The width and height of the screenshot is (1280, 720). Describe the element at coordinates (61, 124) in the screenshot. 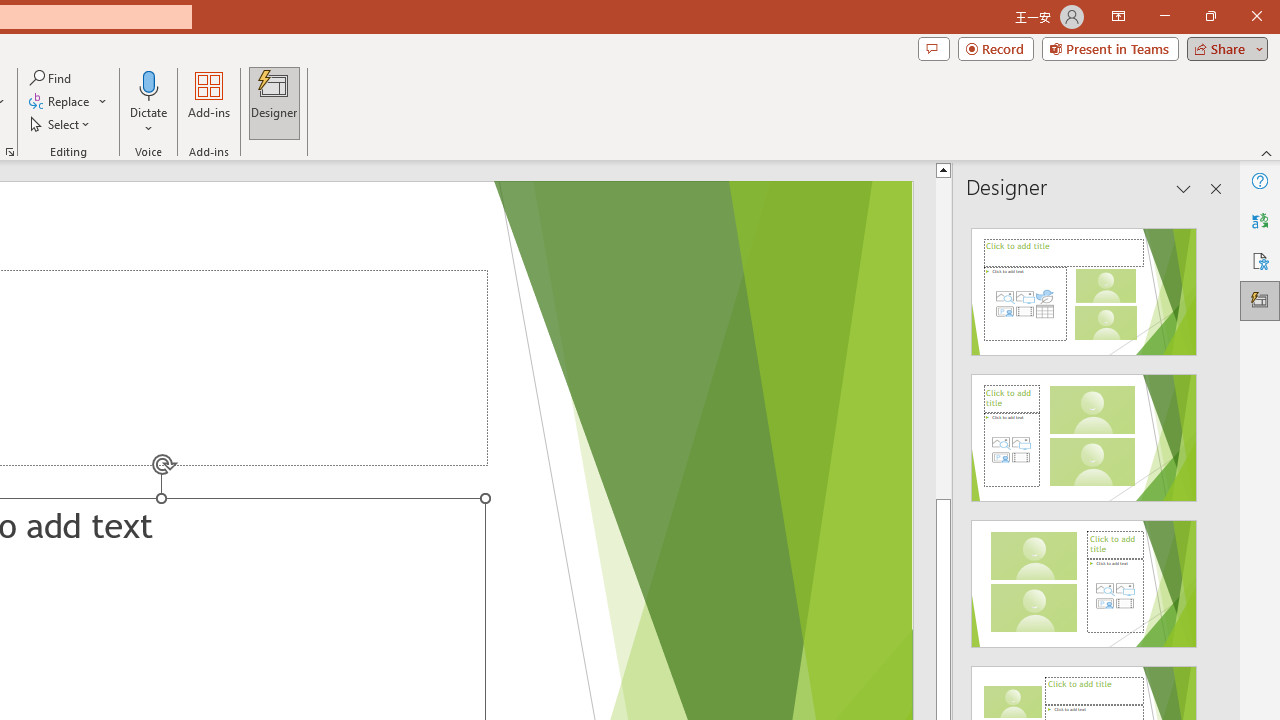

I see `'Select'` at that location.